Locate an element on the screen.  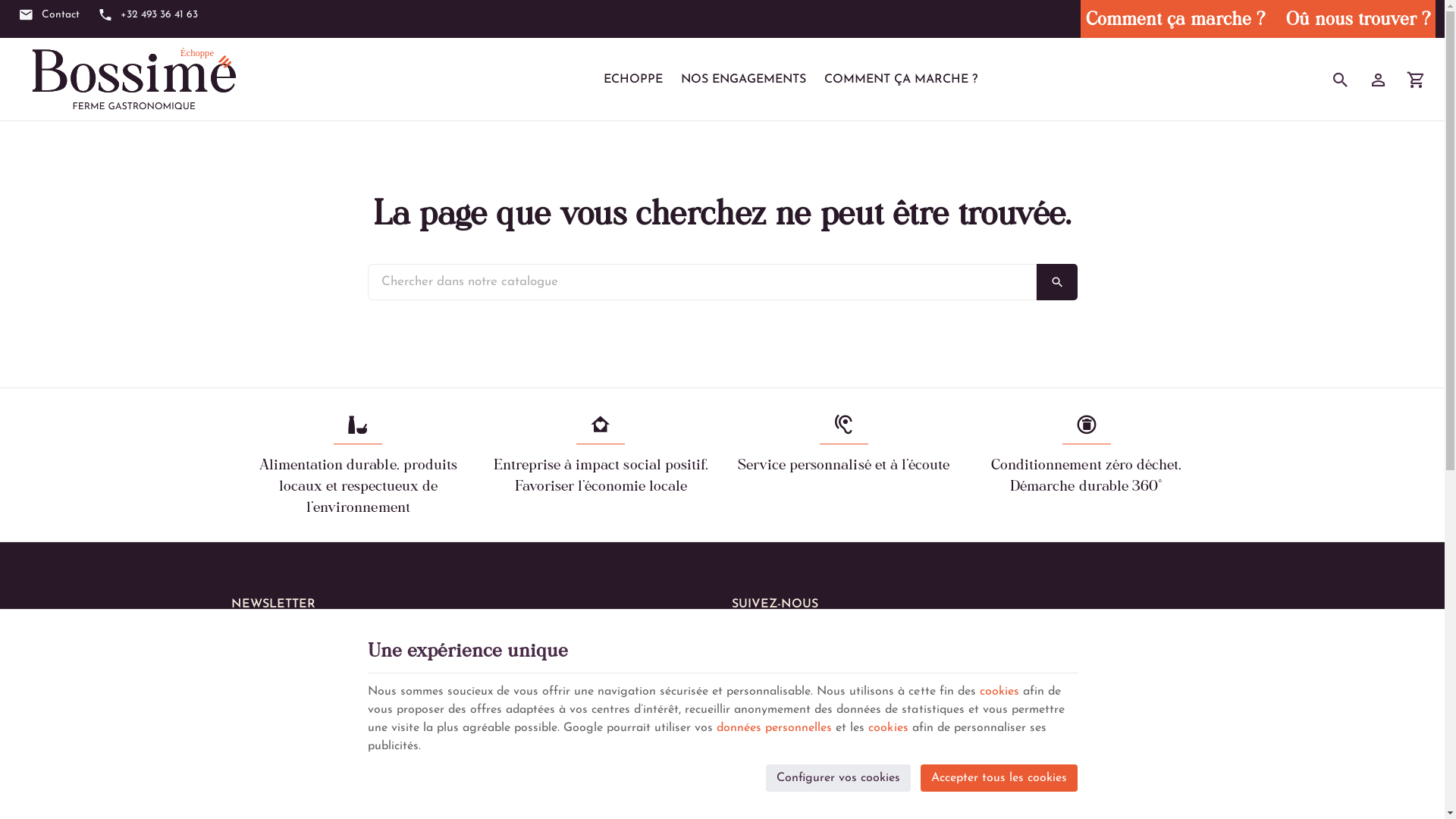
'+32 493 36 41 63' is located at coordinates (148, 14).